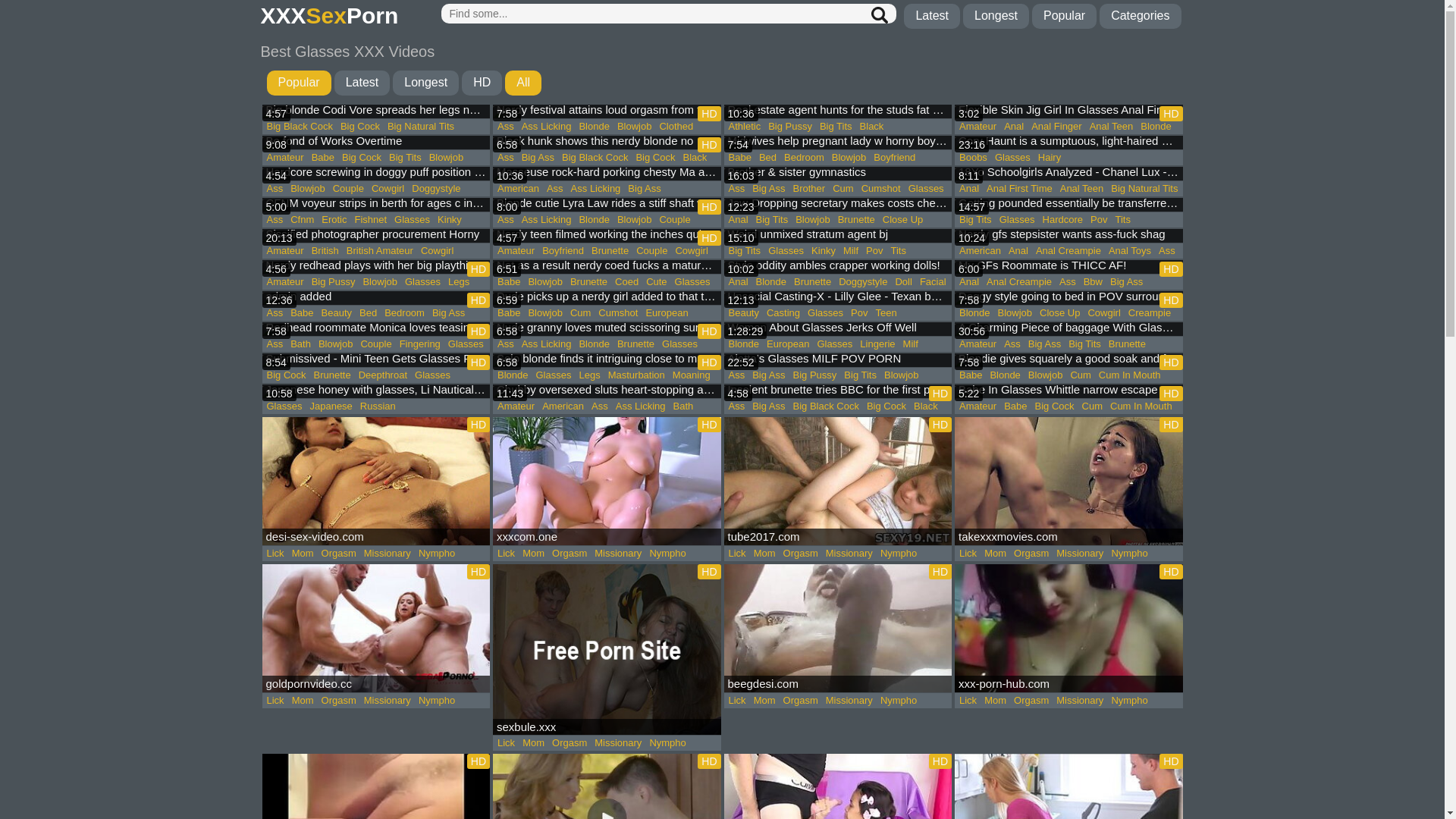  I want to click on 'Be fond of Works Overtime, so click(376, 143).